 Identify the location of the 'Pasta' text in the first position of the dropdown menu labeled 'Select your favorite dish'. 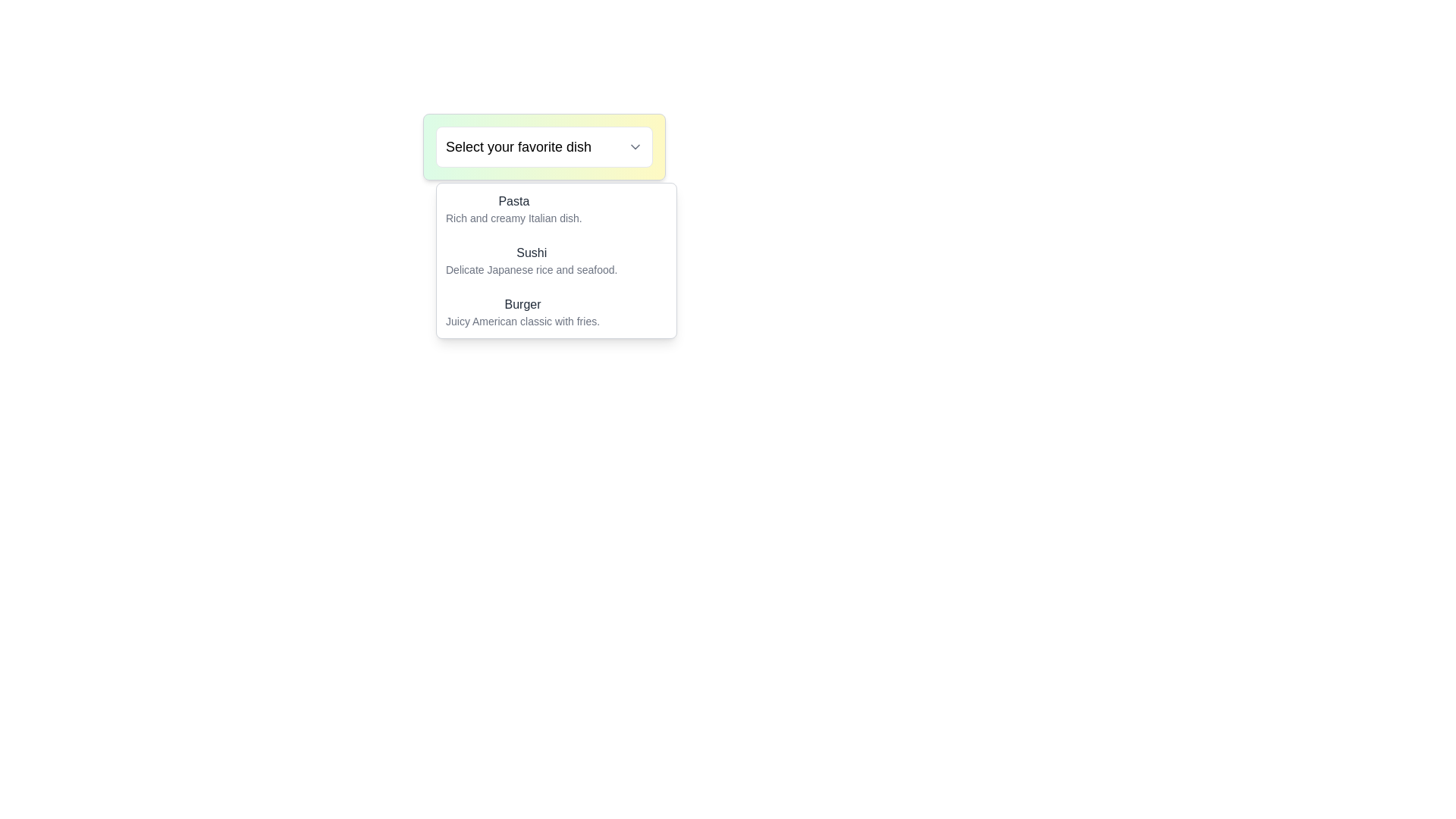
(513, 209).